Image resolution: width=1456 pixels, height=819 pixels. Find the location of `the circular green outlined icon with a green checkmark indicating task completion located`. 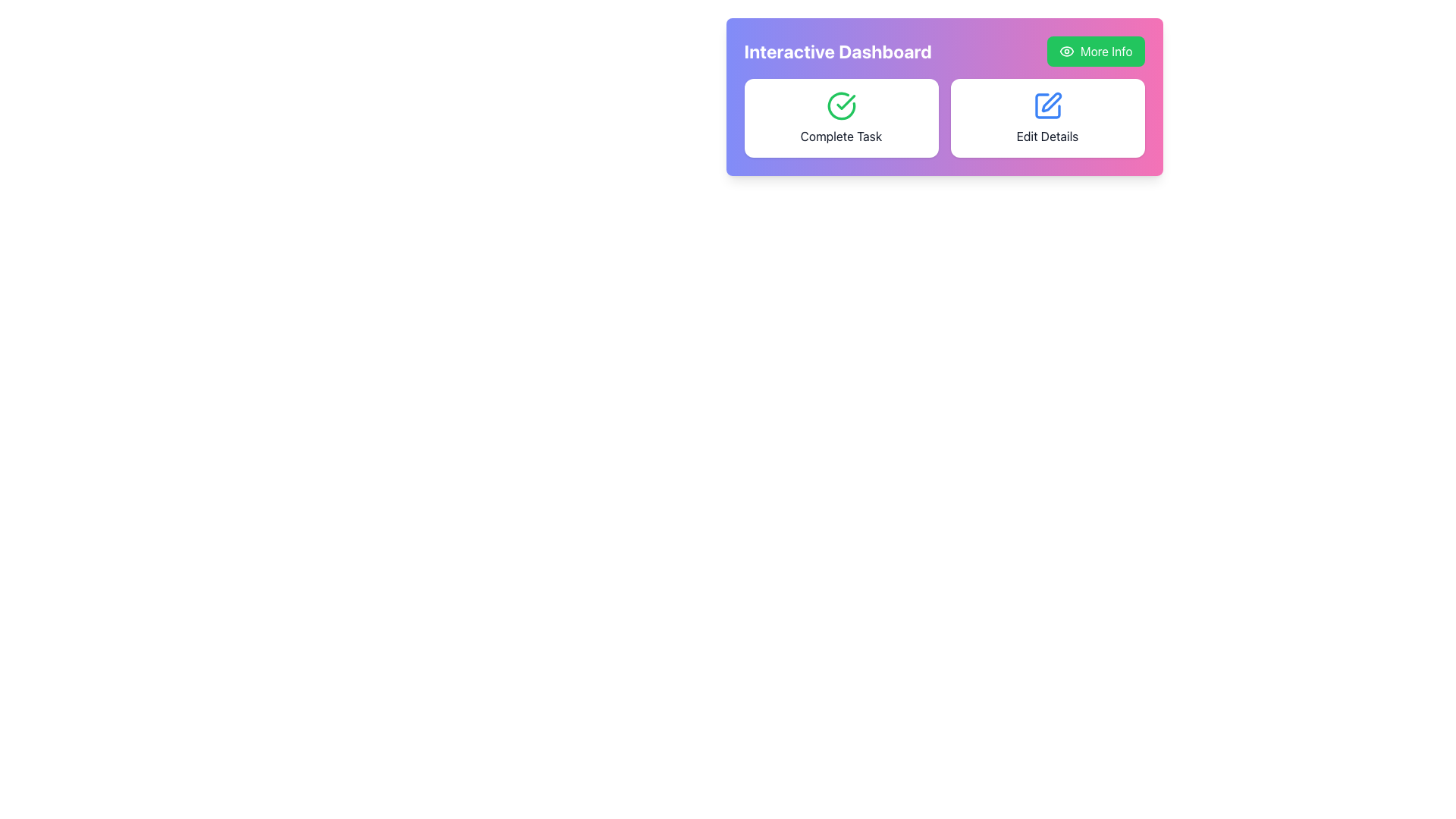

the circular green outlined icon with a green checkmark indicating task completion located is located at coordinates (840, 105).